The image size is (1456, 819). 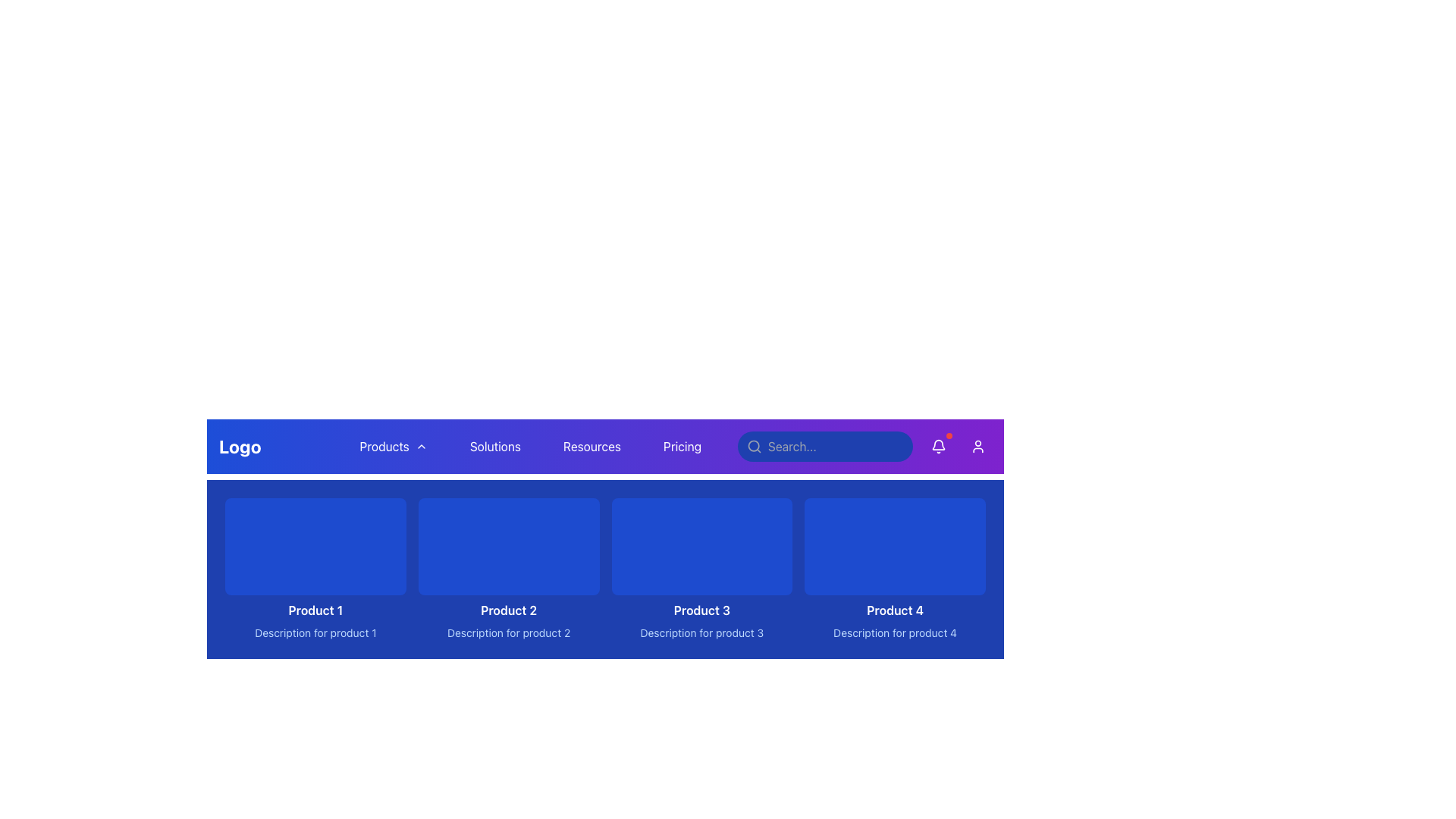 What do you see at coordinates (754, 446) in the screenshot?
I see `the decorative search icon located on the left side of the search bar in the navigation header` at bounding box center [754, 446].